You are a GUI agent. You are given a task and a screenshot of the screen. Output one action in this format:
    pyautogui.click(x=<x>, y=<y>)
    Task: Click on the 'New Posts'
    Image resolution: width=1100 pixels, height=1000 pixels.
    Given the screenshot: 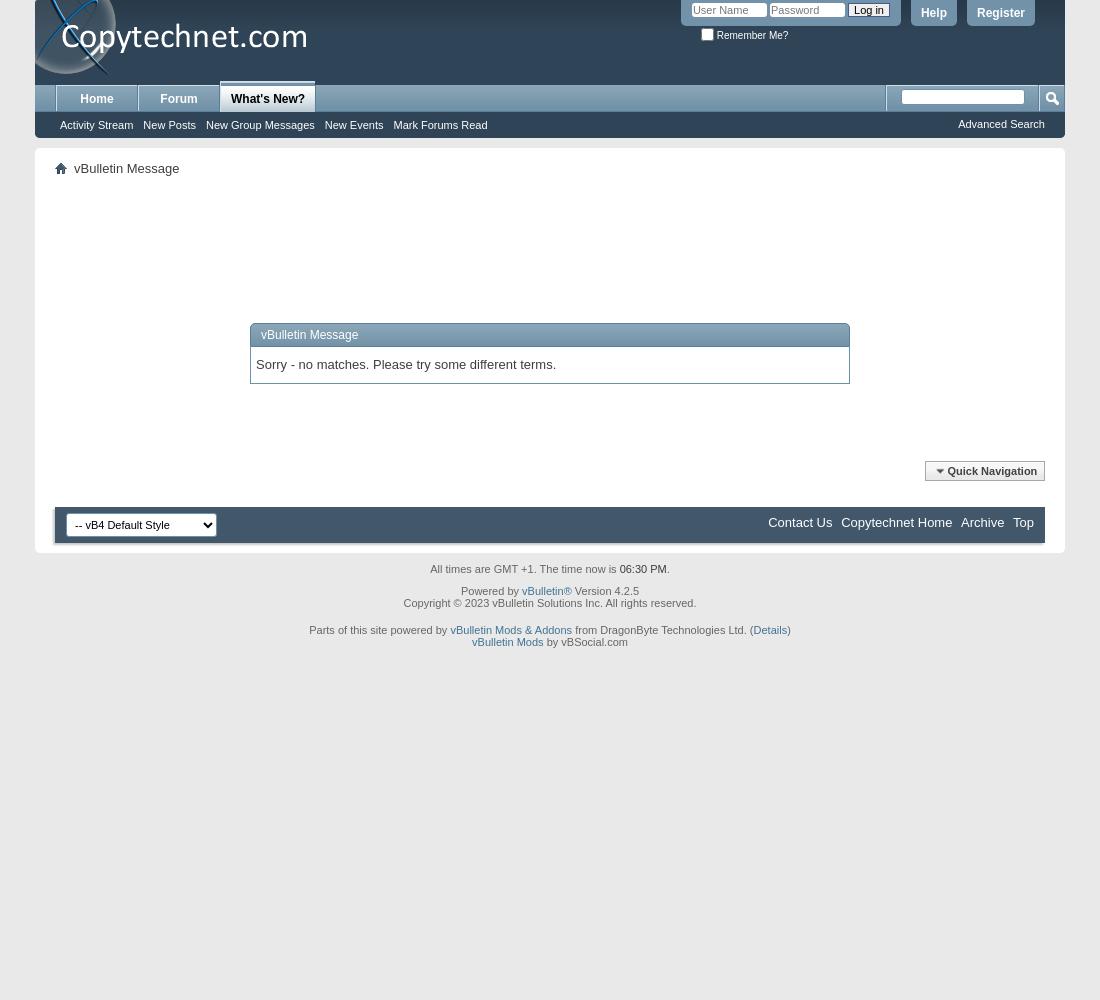 What is the action you would take?
    pyautogui.click(x=167, y=125)
    